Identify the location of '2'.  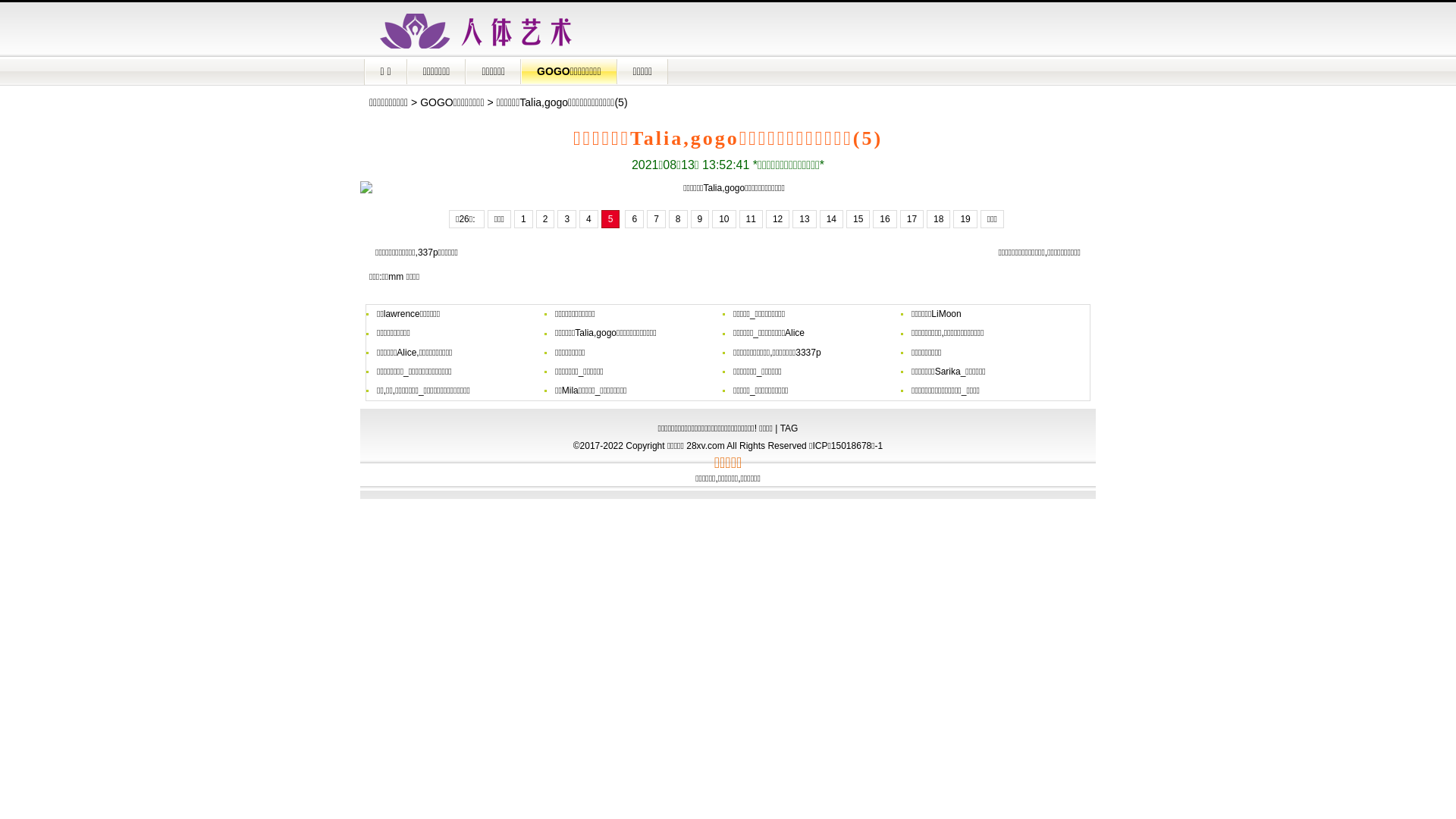
(535, 219).